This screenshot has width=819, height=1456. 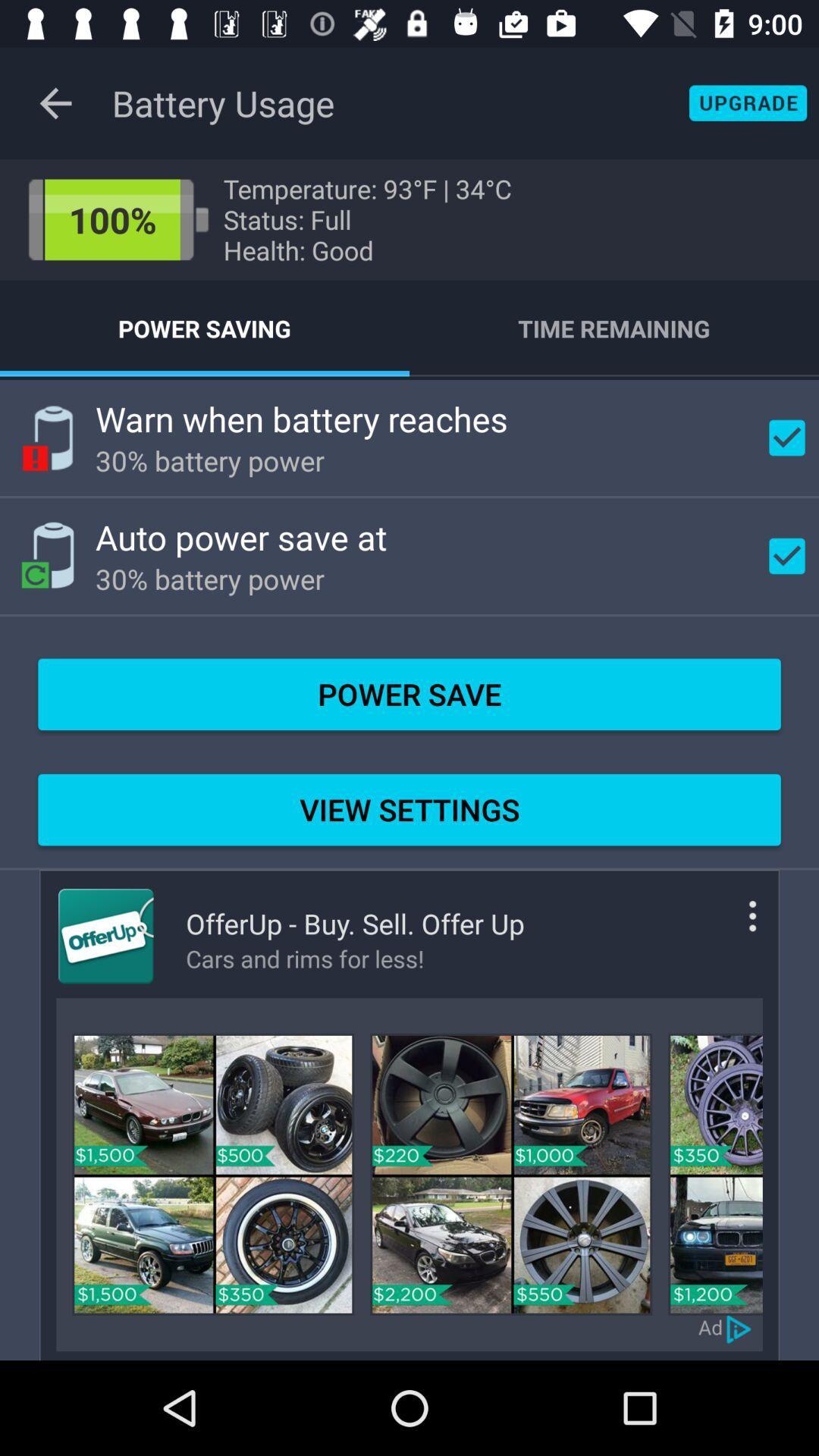 I want to click on power saving item, so click(x=205, y=328).